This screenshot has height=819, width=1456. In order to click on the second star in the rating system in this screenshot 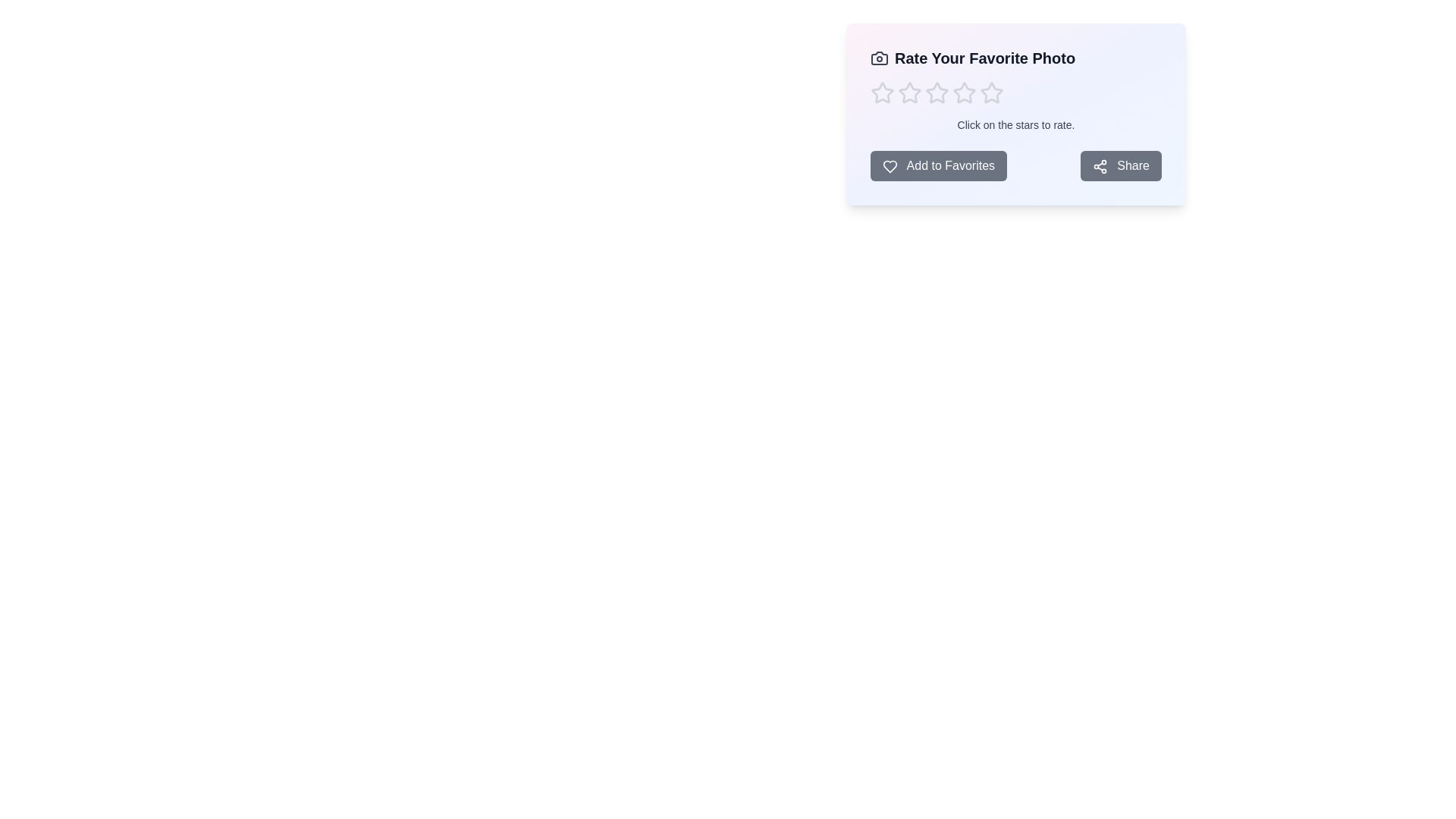, I will do `click(910, 93)`.